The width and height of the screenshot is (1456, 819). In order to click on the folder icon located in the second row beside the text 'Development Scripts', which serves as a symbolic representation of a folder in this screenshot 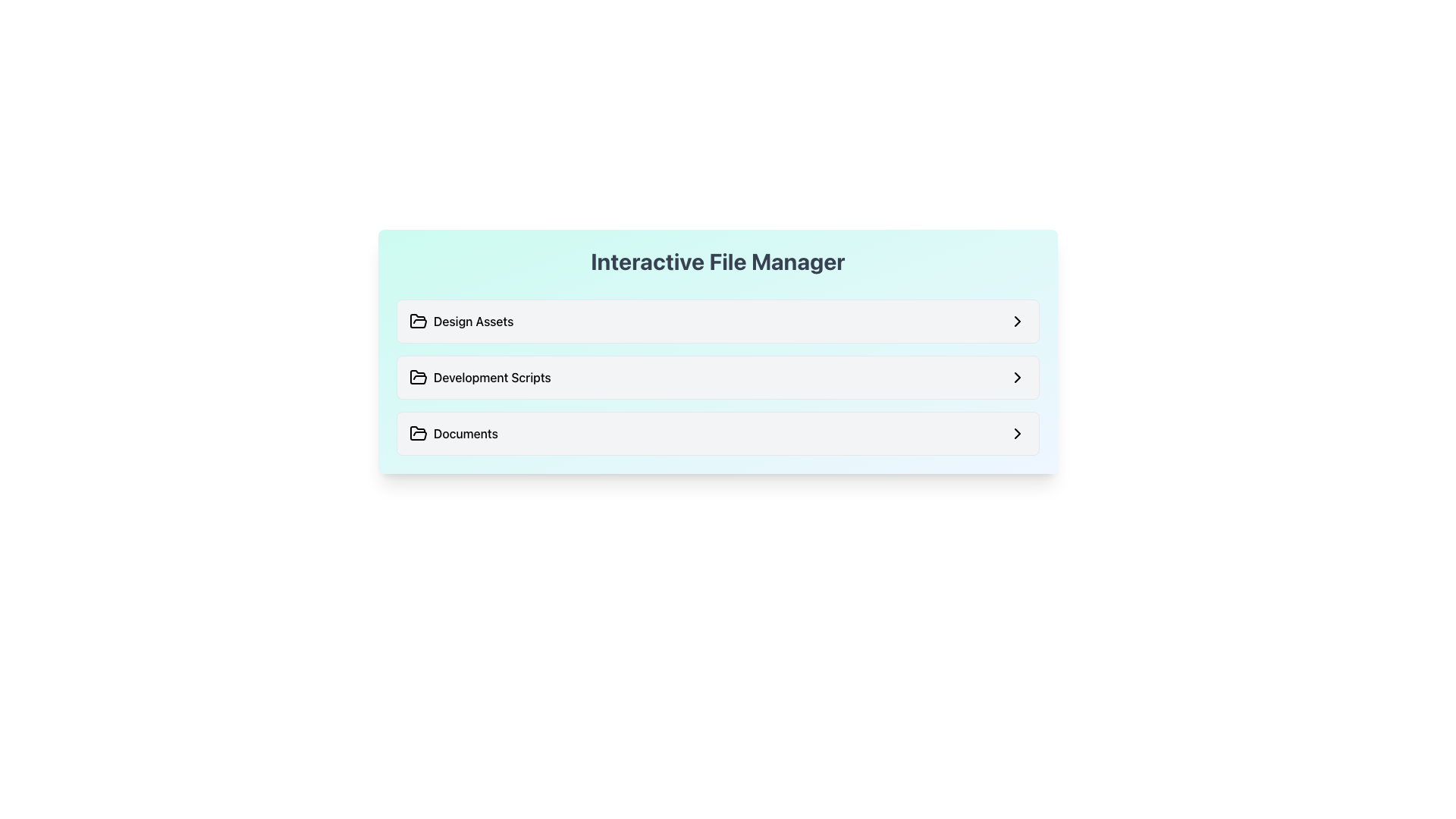, I will do `click(419, 376)`.